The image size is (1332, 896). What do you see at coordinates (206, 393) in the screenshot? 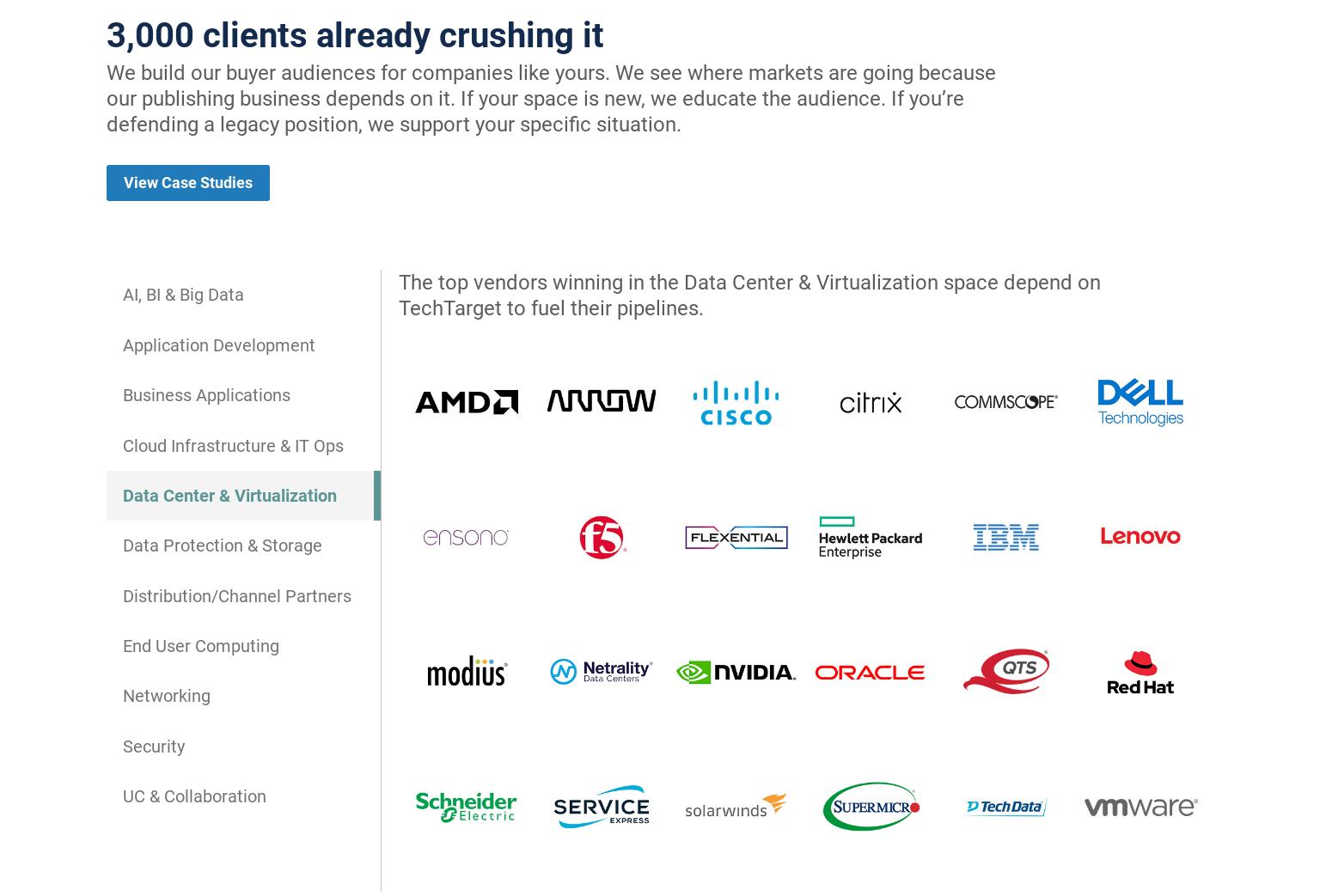
I see `'Business Applications'` at bounding box center [206, 393].